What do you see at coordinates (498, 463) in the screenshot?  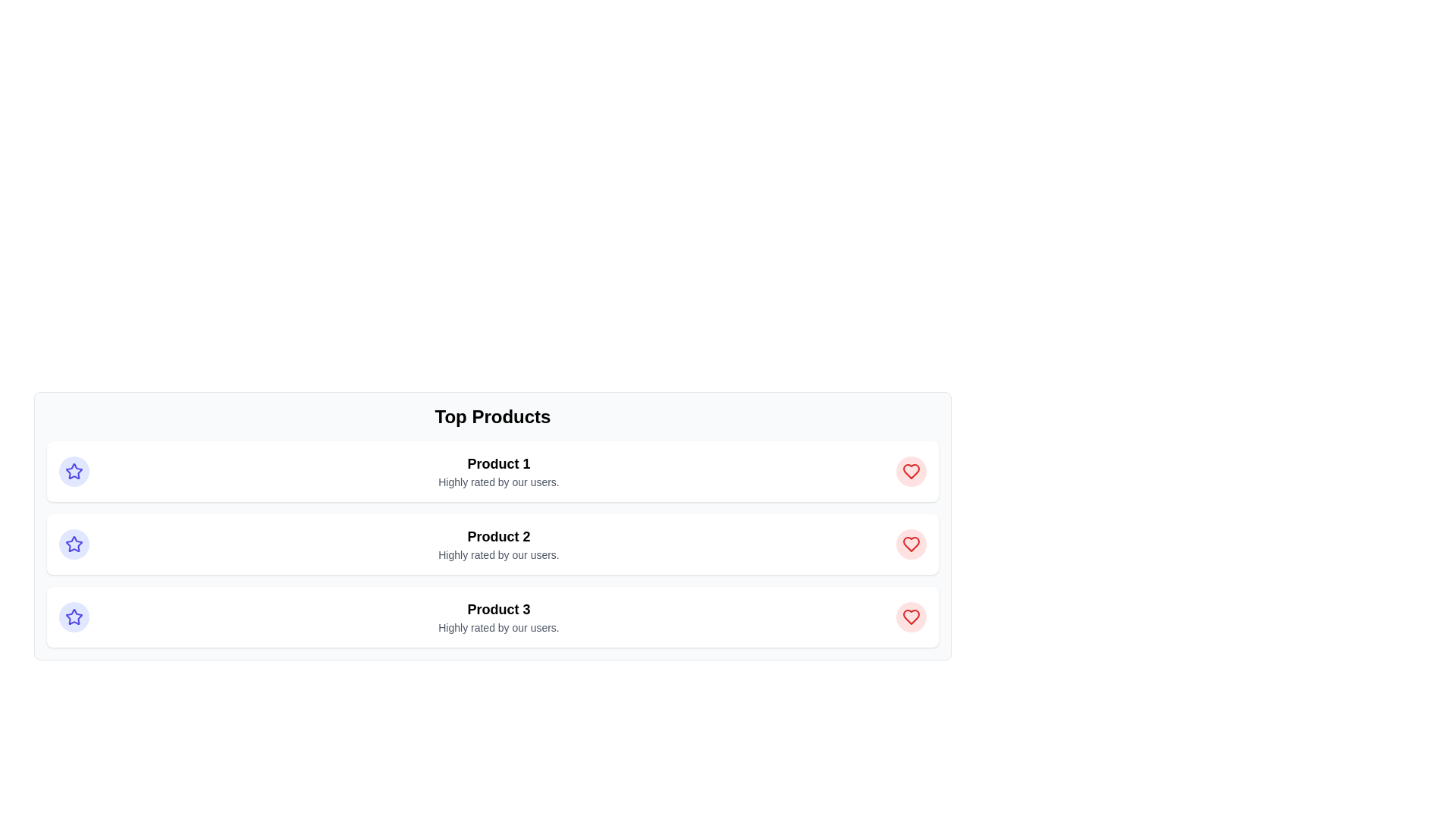 I see `the text label that identifies the first product in the list, located at the top of the product entries, above the description 'Highly rated by our users.'` at bounding box center [498, 463].